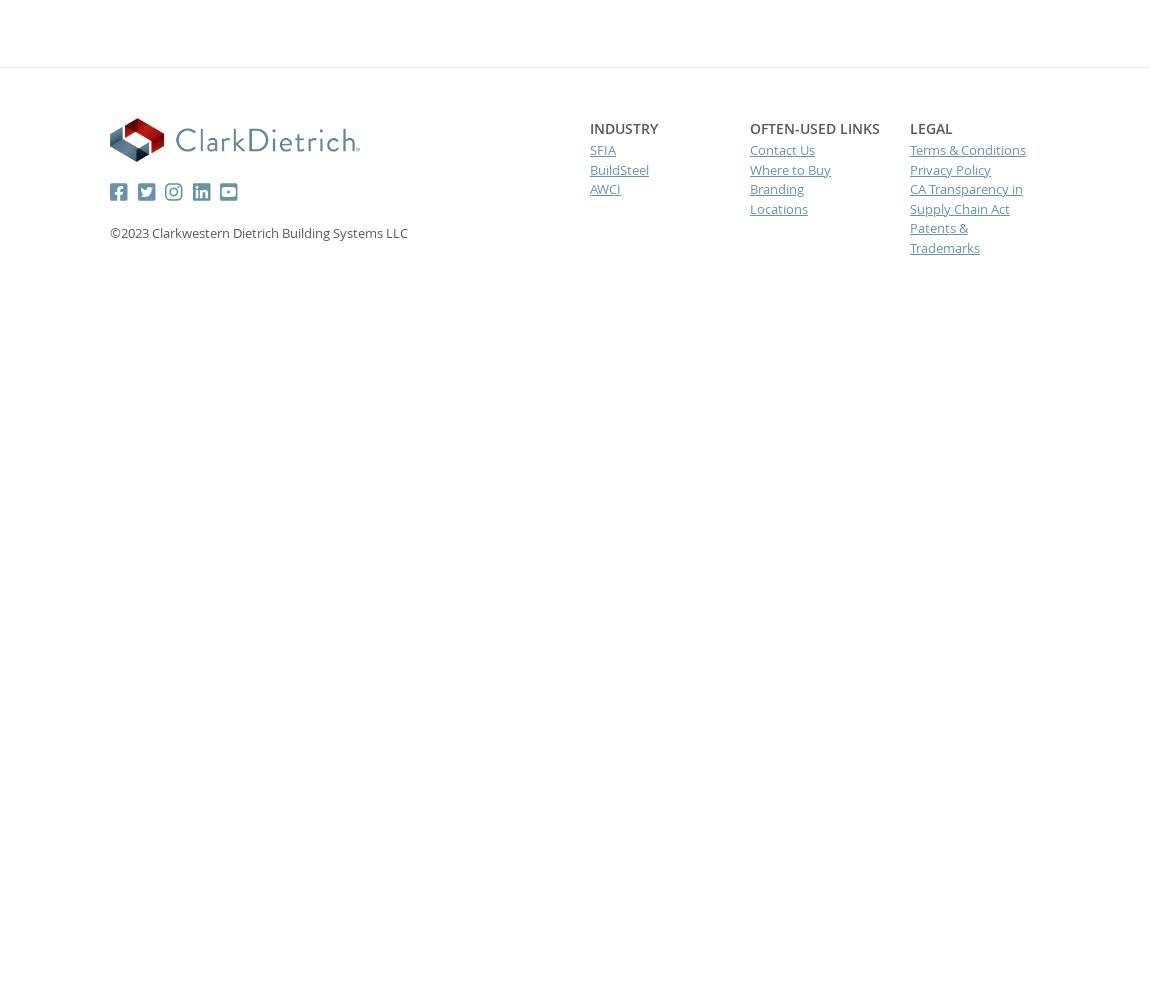  Describe the element at coordinates (257, 231) in the screenshot. I see `'©2023 Clarkwestern Dietrich Building Systems LLC'` at that location.